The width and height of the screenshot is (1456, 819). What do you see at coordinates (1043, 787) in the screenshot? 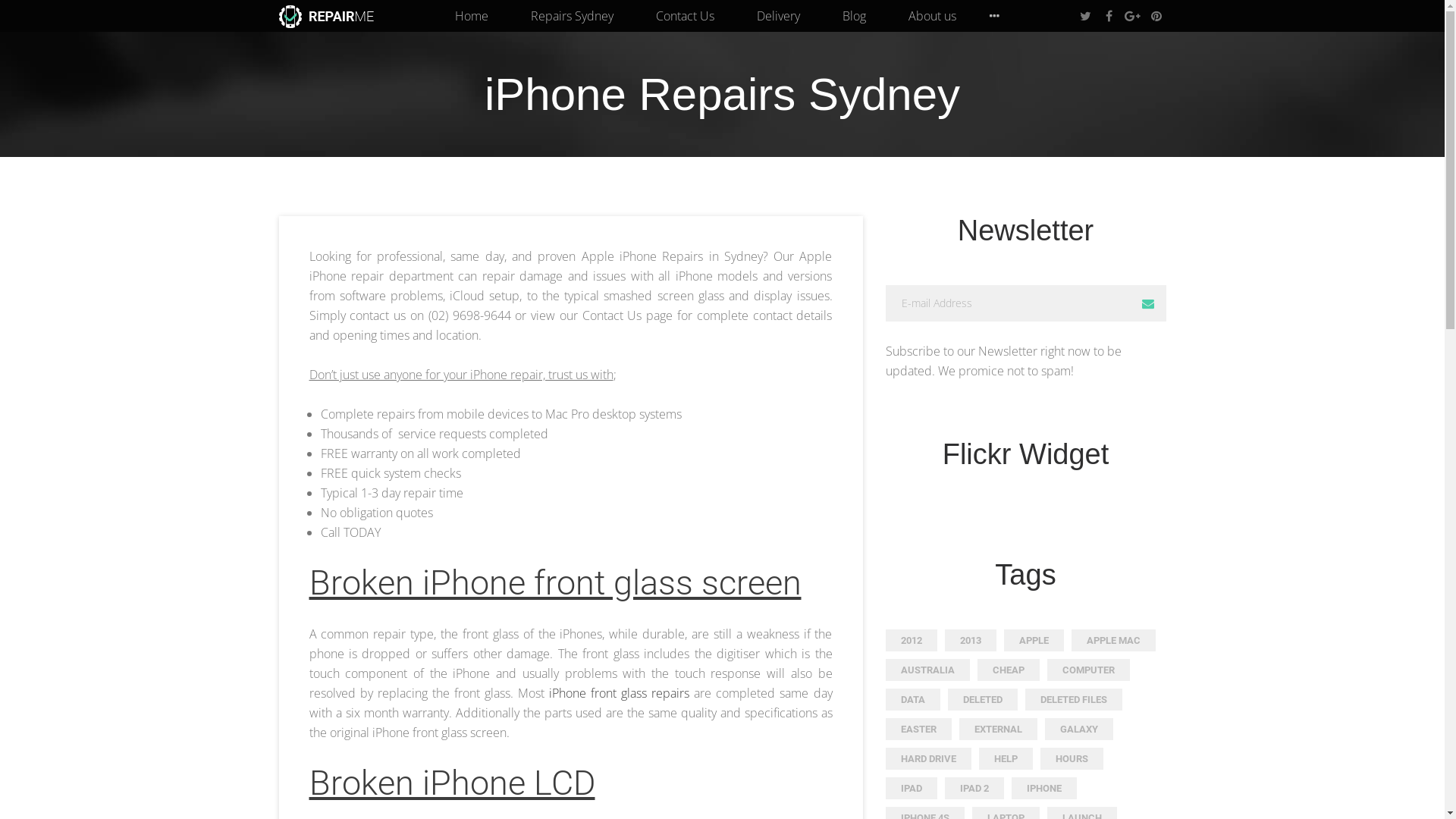
I see `'IPHONE'` at bounding box center [1043, 787].